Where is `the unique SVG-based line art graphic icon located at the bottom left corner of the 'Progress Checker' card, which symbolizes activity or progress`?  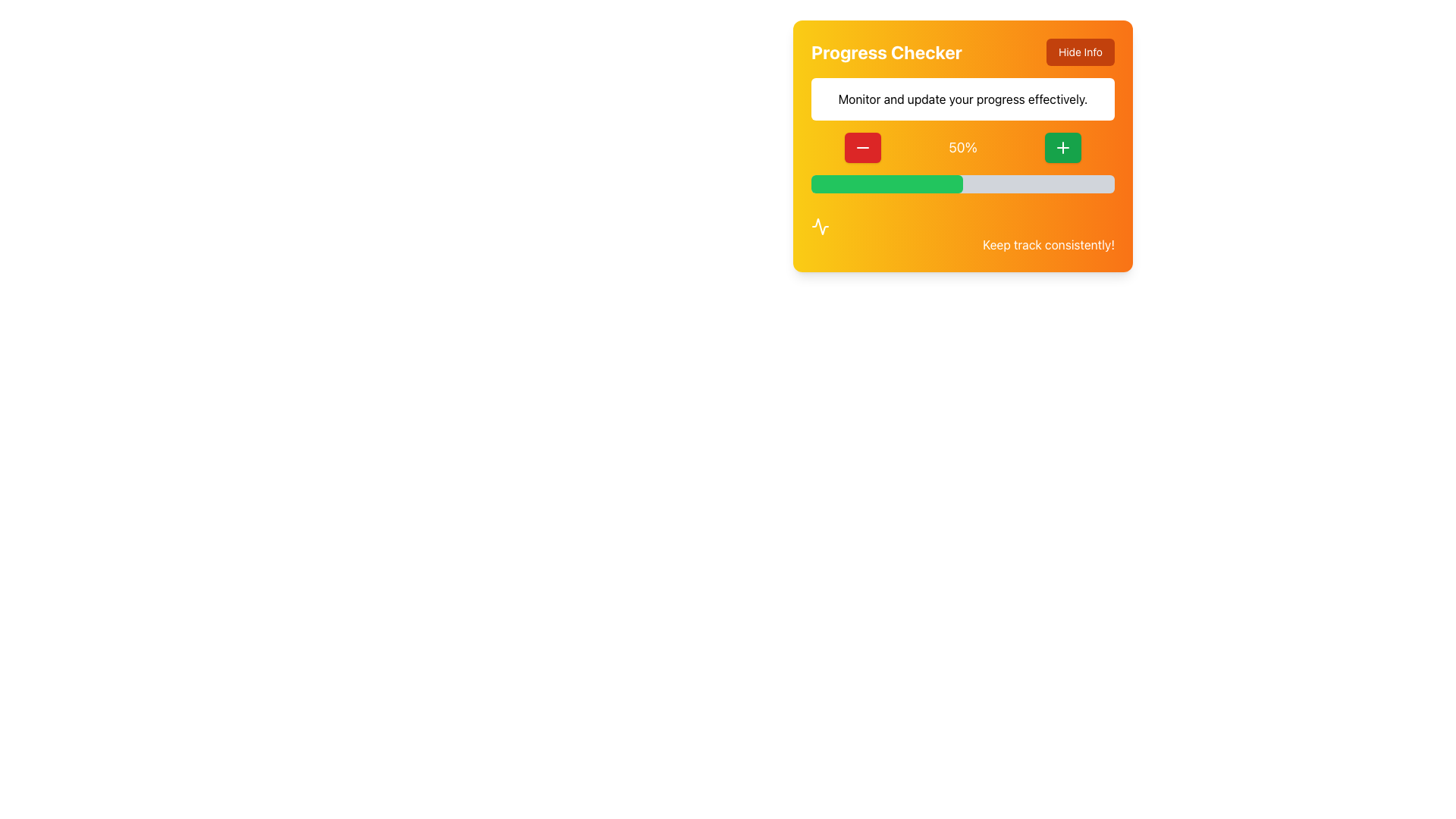 the unique SVG-based line art graphic icon located at the bottom left corner of the 'Progress Checker' card, which symbolizes activity or progress is located at coordinates (819, 227).